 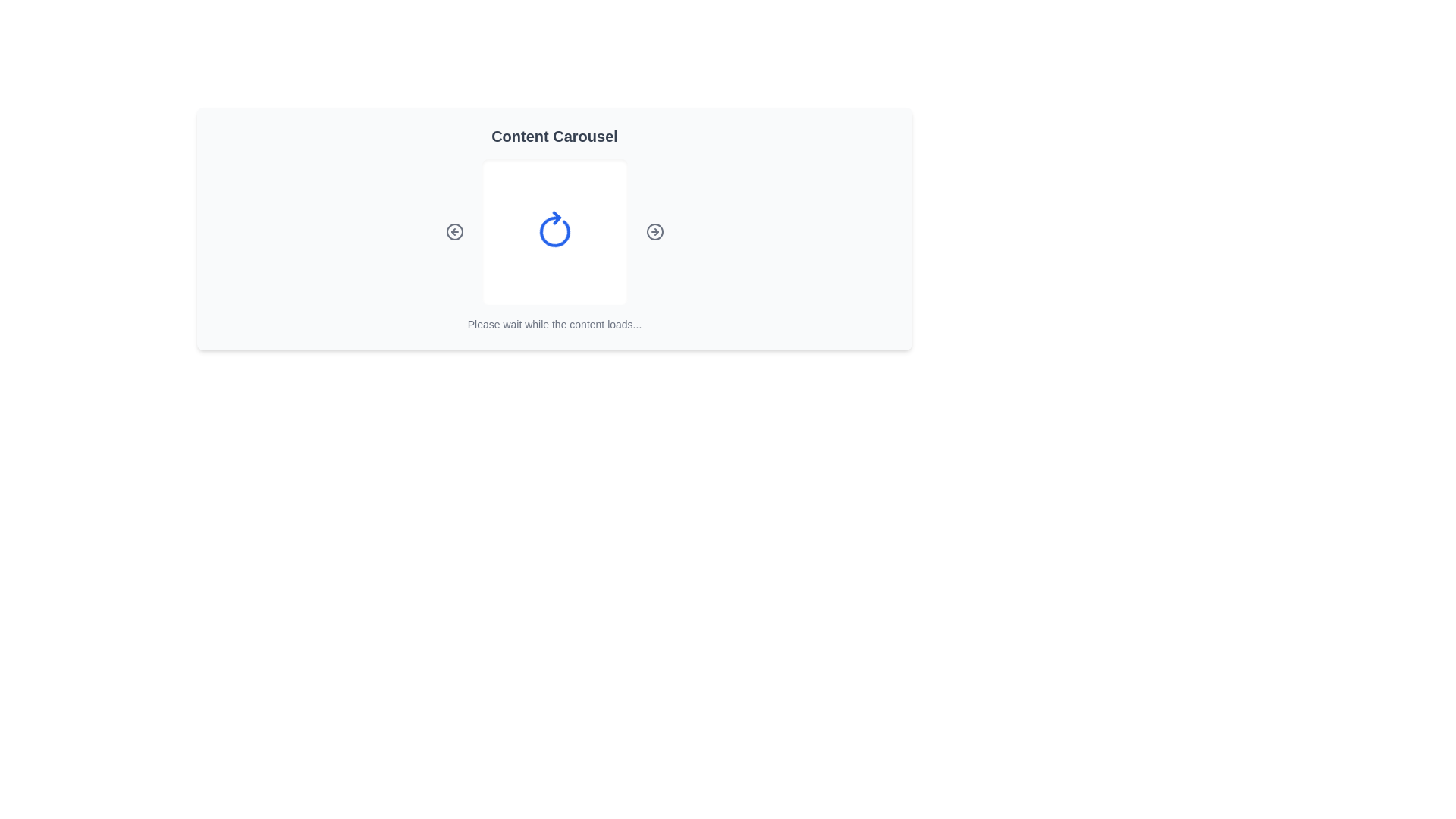 I want to click on the circular button with a left-pointing arrow inside, so click(x=453, y=231).